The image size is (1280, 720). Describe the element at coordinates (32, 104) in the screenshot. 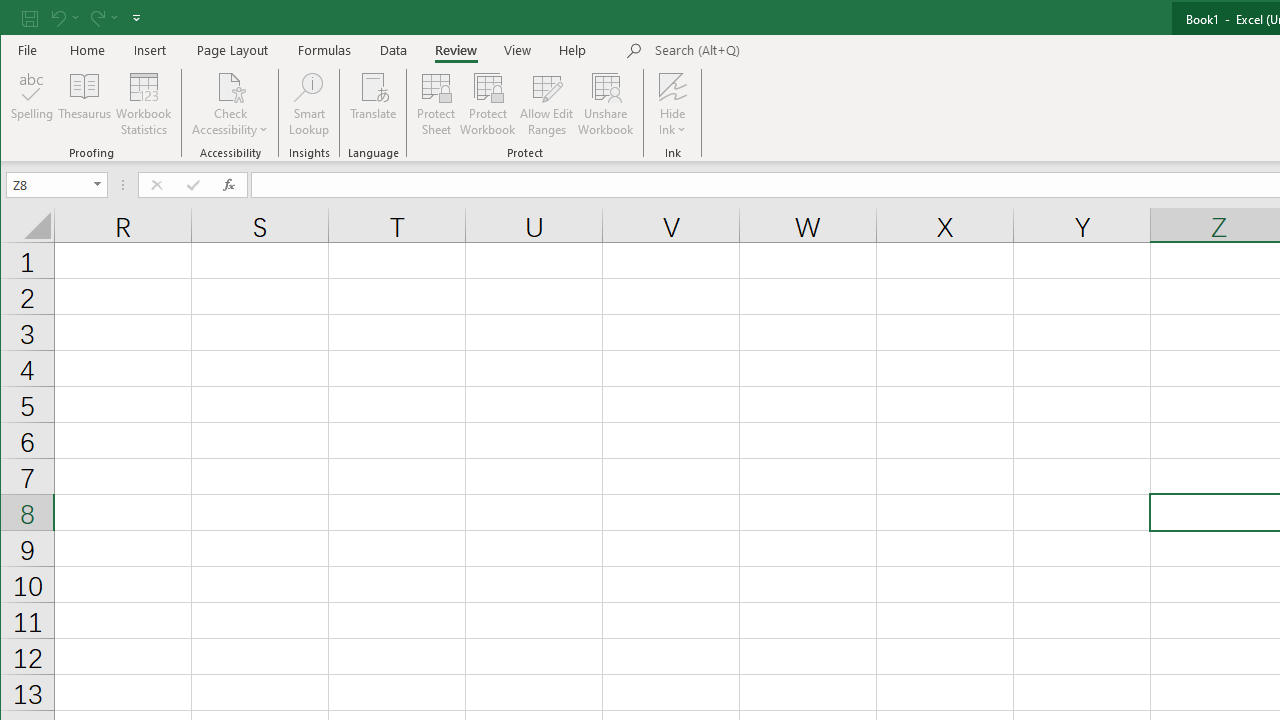

I see `'Spelling...'` at that location.